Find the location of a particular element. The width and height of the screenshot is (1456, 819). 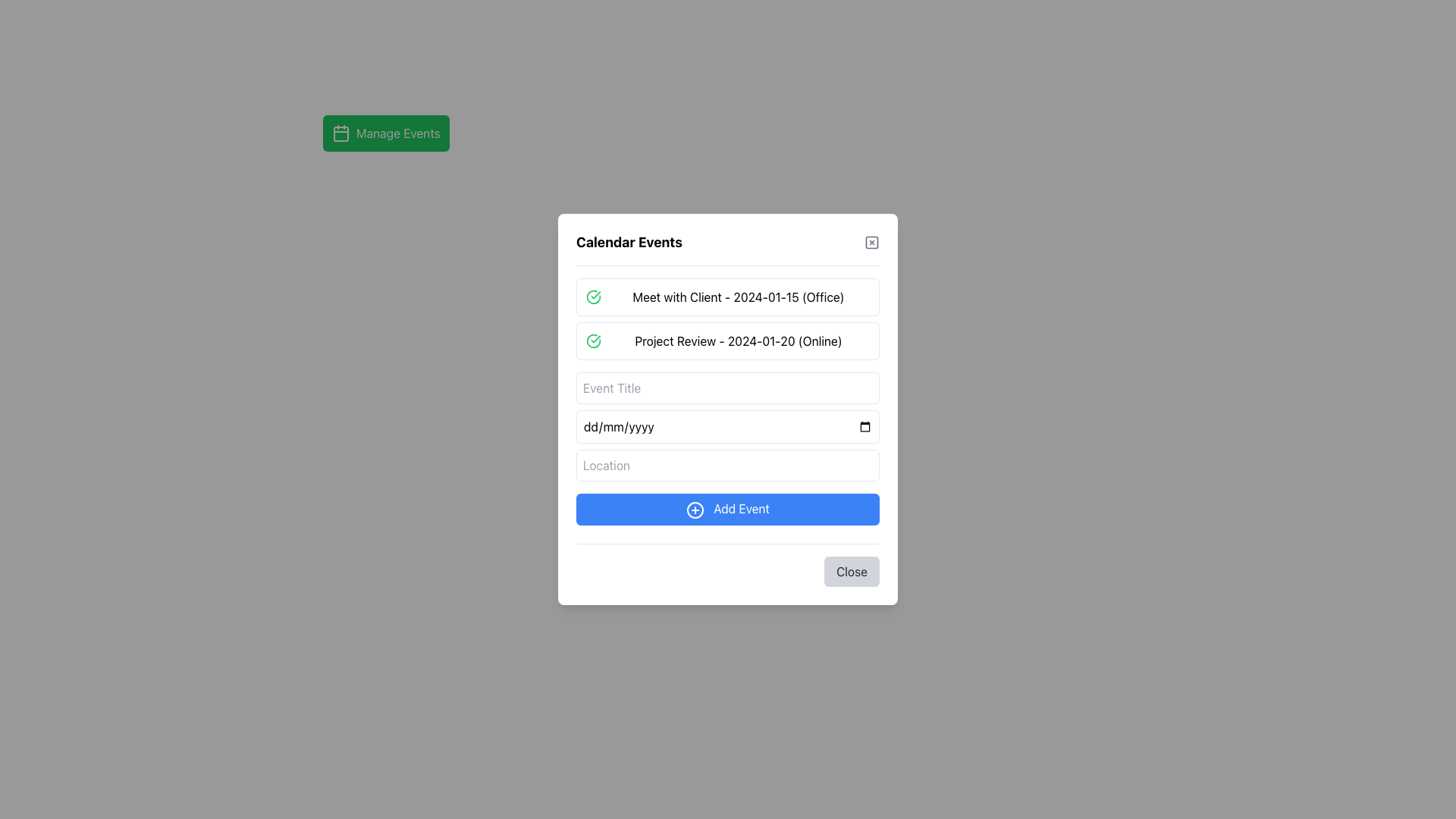

the text label displaying the details of the first calendar event in the 'Calendar Events' card is located at coordinates (739, 297).